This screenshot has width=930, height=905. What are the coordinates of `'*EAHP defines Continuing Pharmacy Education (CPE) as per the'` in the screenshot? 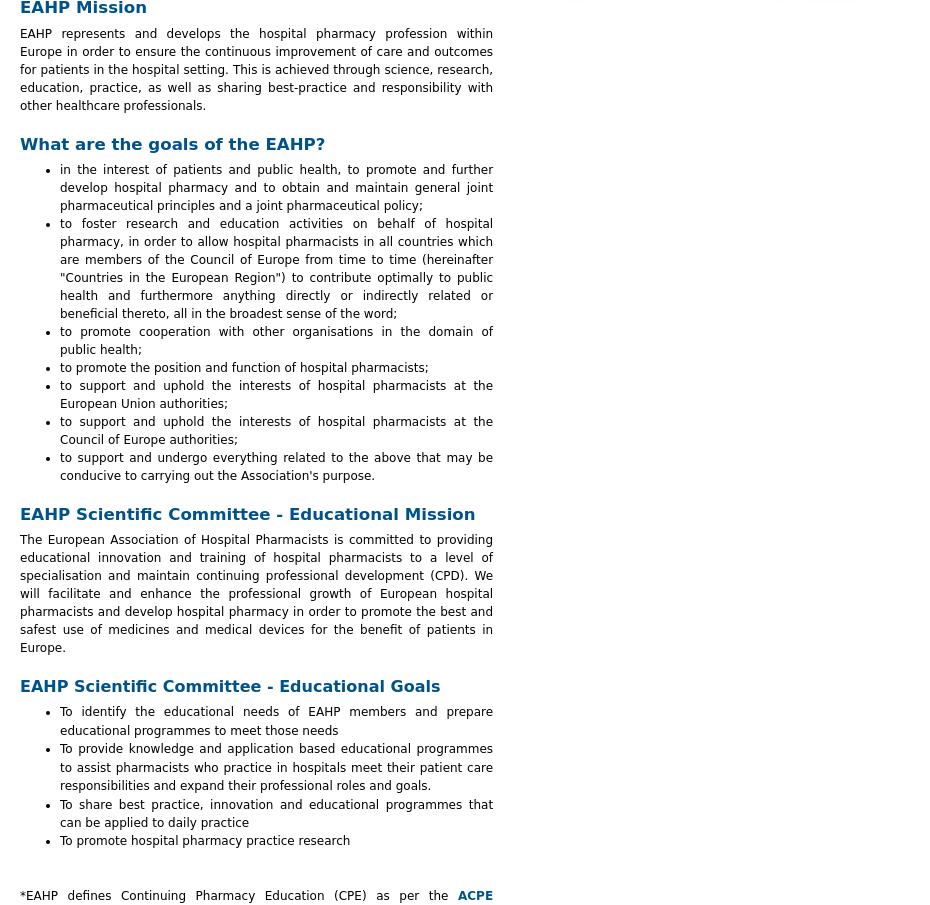 It's located at (18, 895).